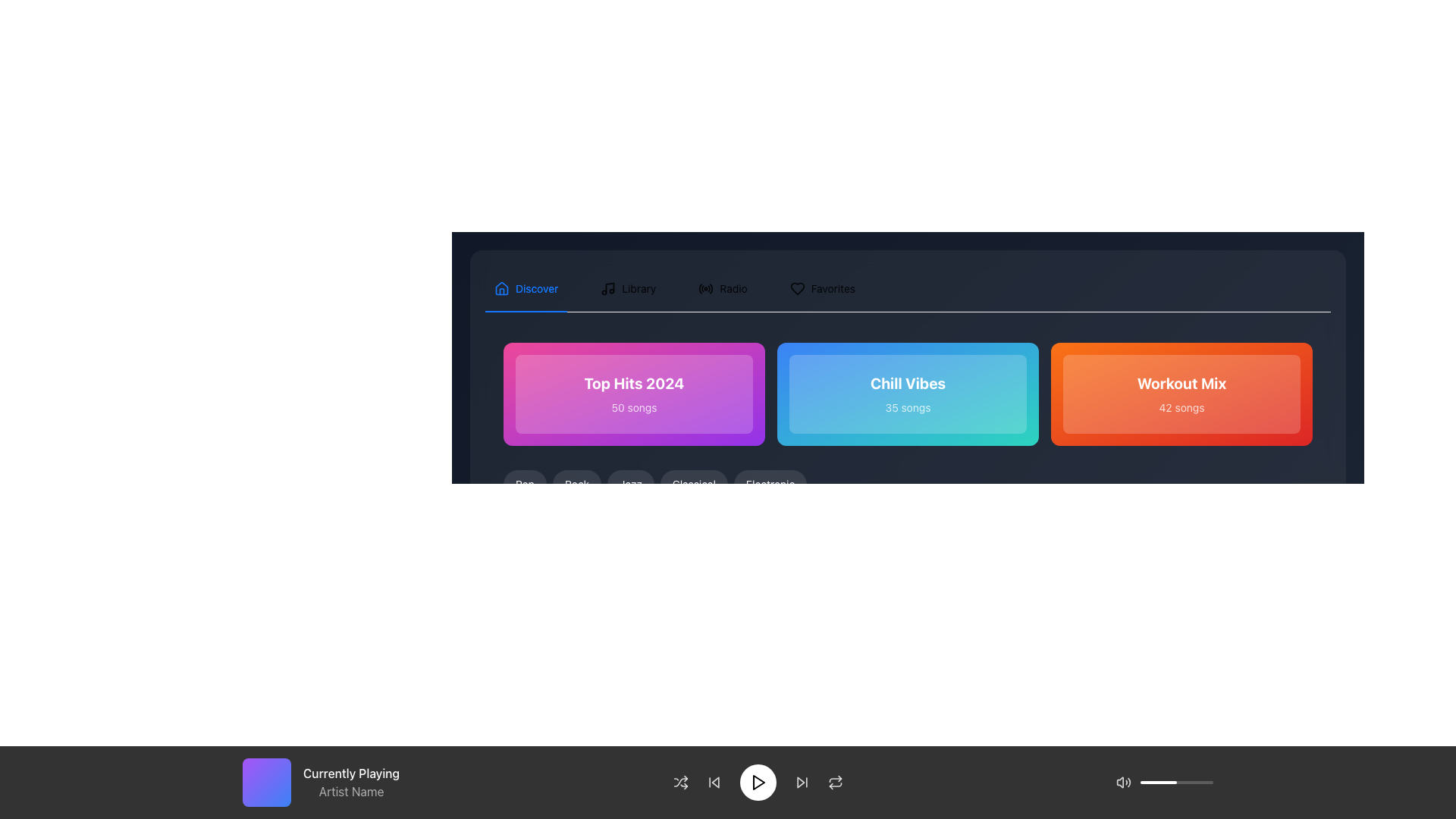 The width and height of the screenshot is (1456, 819). Describe the element at coordinates (834, 780) in the screenshot. I see `the curved line icon element, which is styled as part of an SVG and located at the bottom control bar between the forward navigation icon and the shuffle icon` at that location.